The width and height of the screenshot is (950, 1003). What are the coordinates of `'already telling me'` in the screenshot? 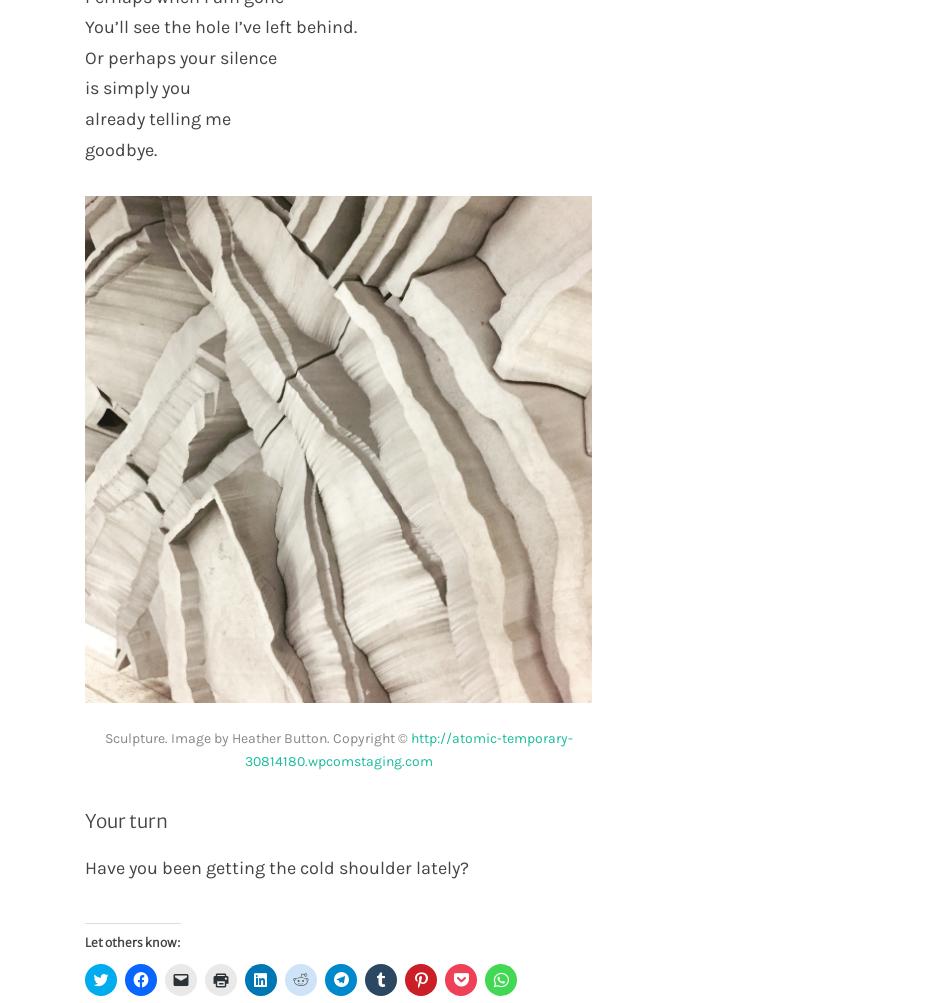 It's located at (157, 116).